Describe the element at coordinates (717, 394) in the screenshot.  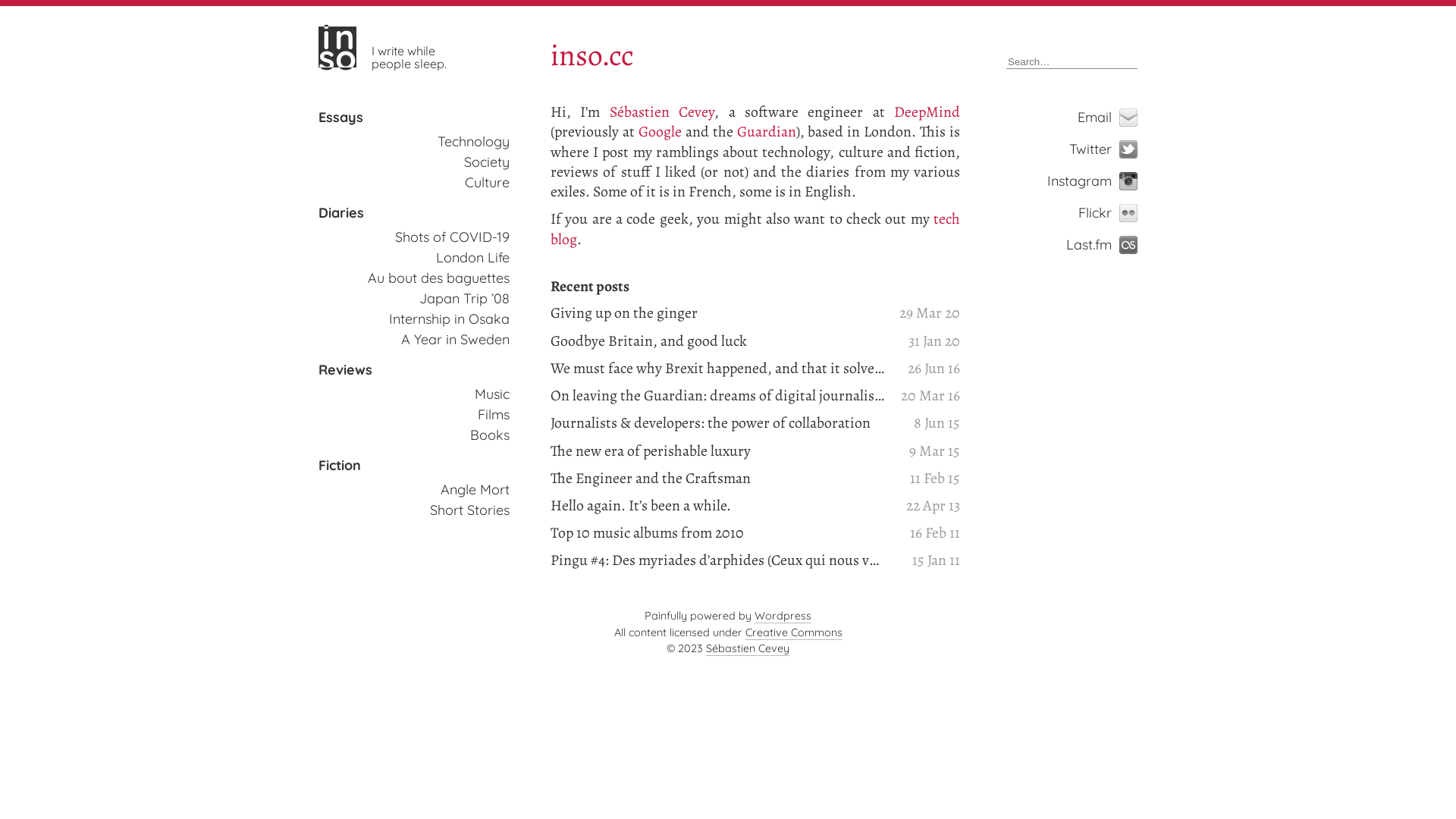
I see `'On leaving the Guardian: dreams of digital journalism'` at that location.